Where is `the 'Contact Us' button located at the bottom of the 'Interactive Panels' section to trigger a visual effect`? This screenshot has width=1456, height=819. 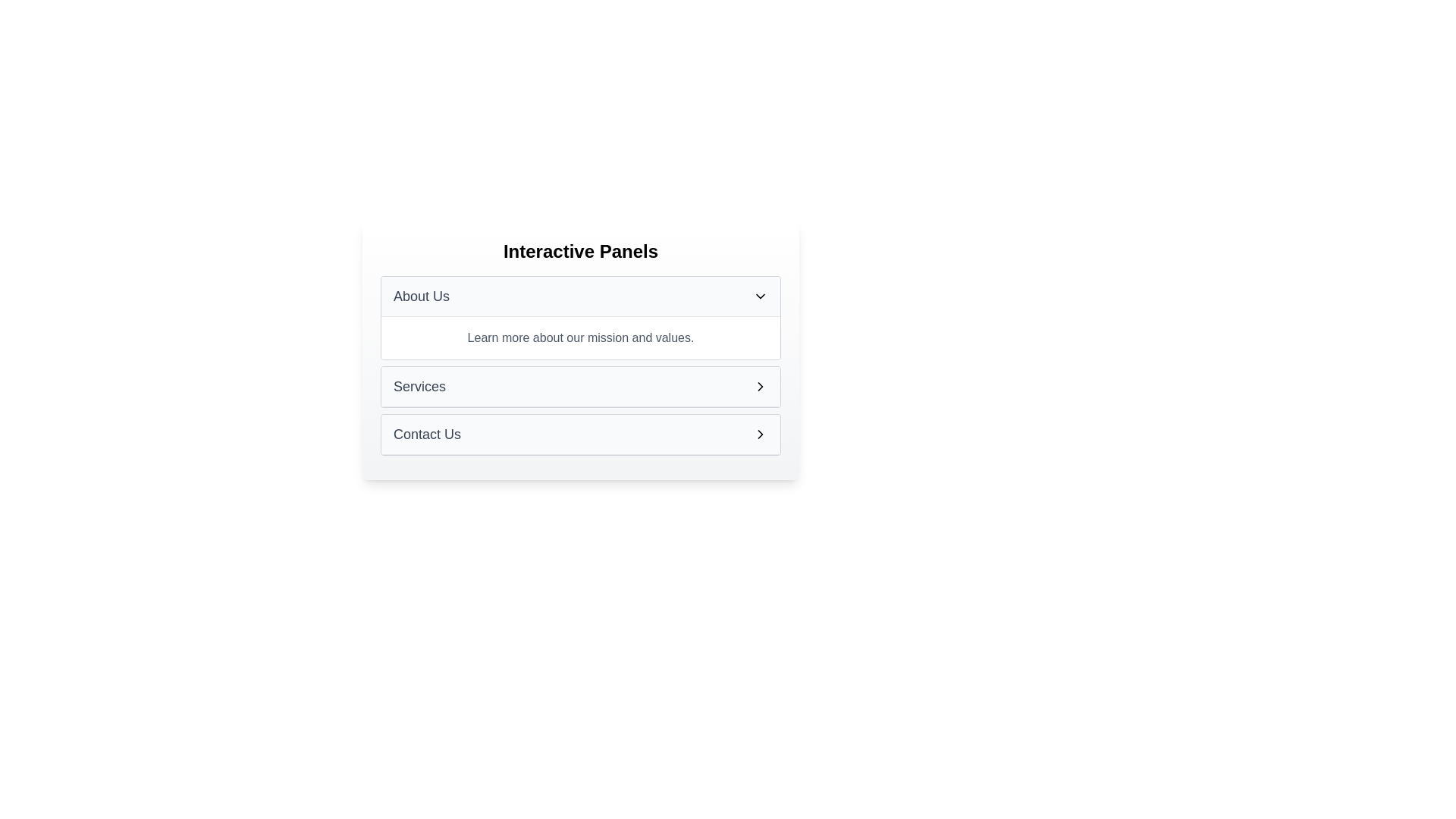 the 'Contact Us' button located at the bottom of the 'Interactive Panels' section to trigger a visual effect is located at coordinates (580, 435).